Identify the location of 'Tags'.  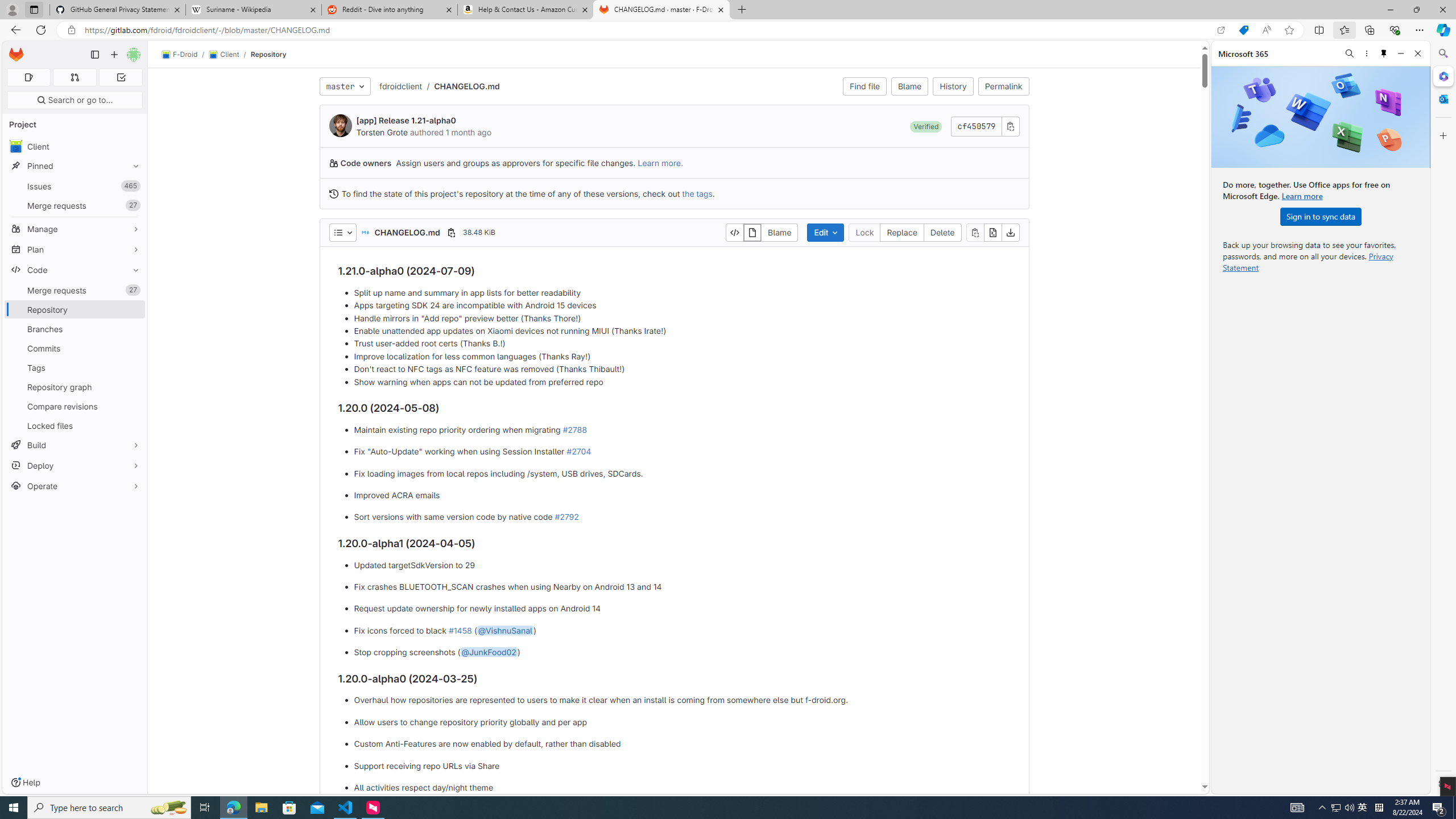
(74, 367).